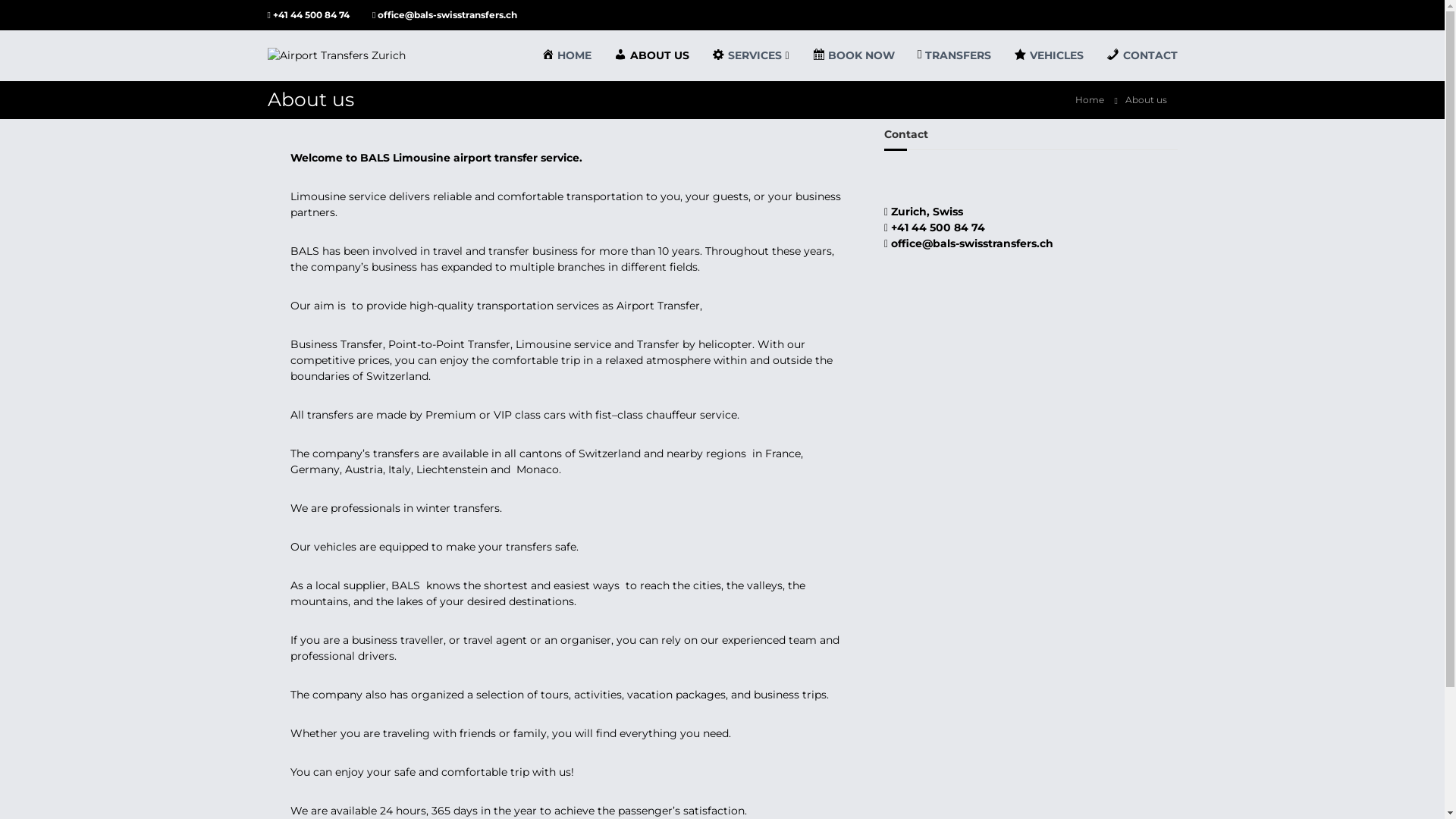 This screenshot has width=1456, height=819. Describe the element at coordinates (541, 55) in the screenshot. I see `'HOME'` at that location.